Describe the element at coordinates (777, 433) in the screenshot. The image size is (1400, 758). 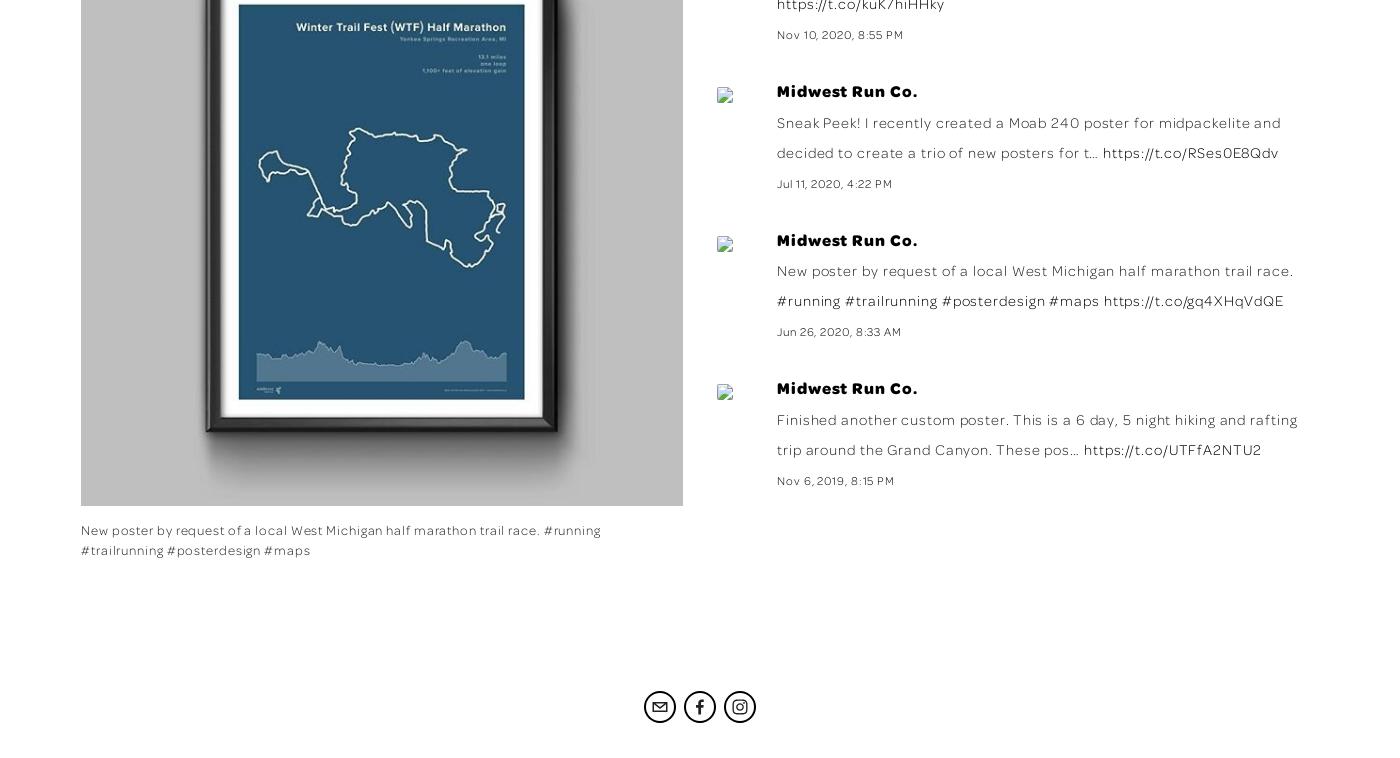
I see `'Finished another custom poster. This is a 6 day, 5 night hiking and rafting trip around the Grand Canyon. These pos…'` at that location.